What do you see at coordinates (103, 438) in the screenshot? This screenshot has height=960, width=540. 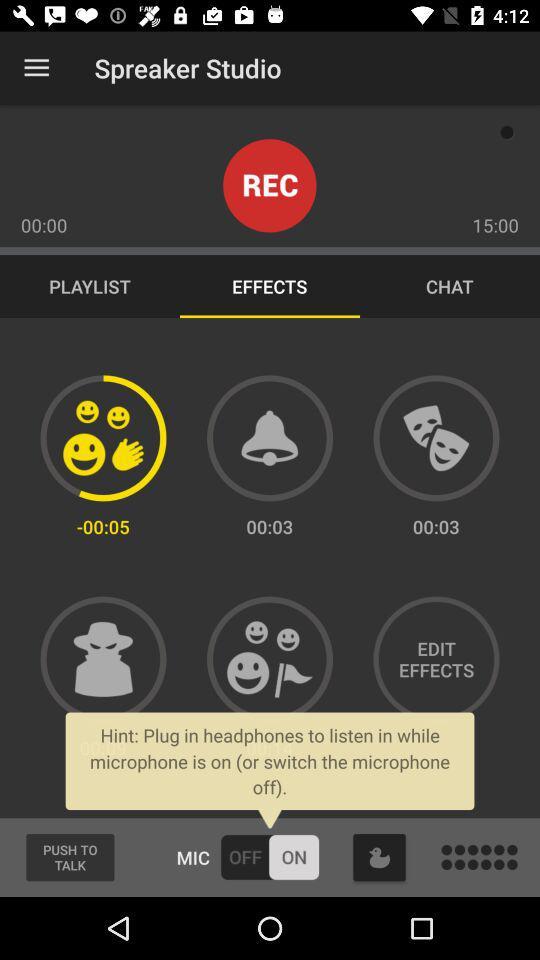 I see `change effect in app` at bounding box center [103, 438].